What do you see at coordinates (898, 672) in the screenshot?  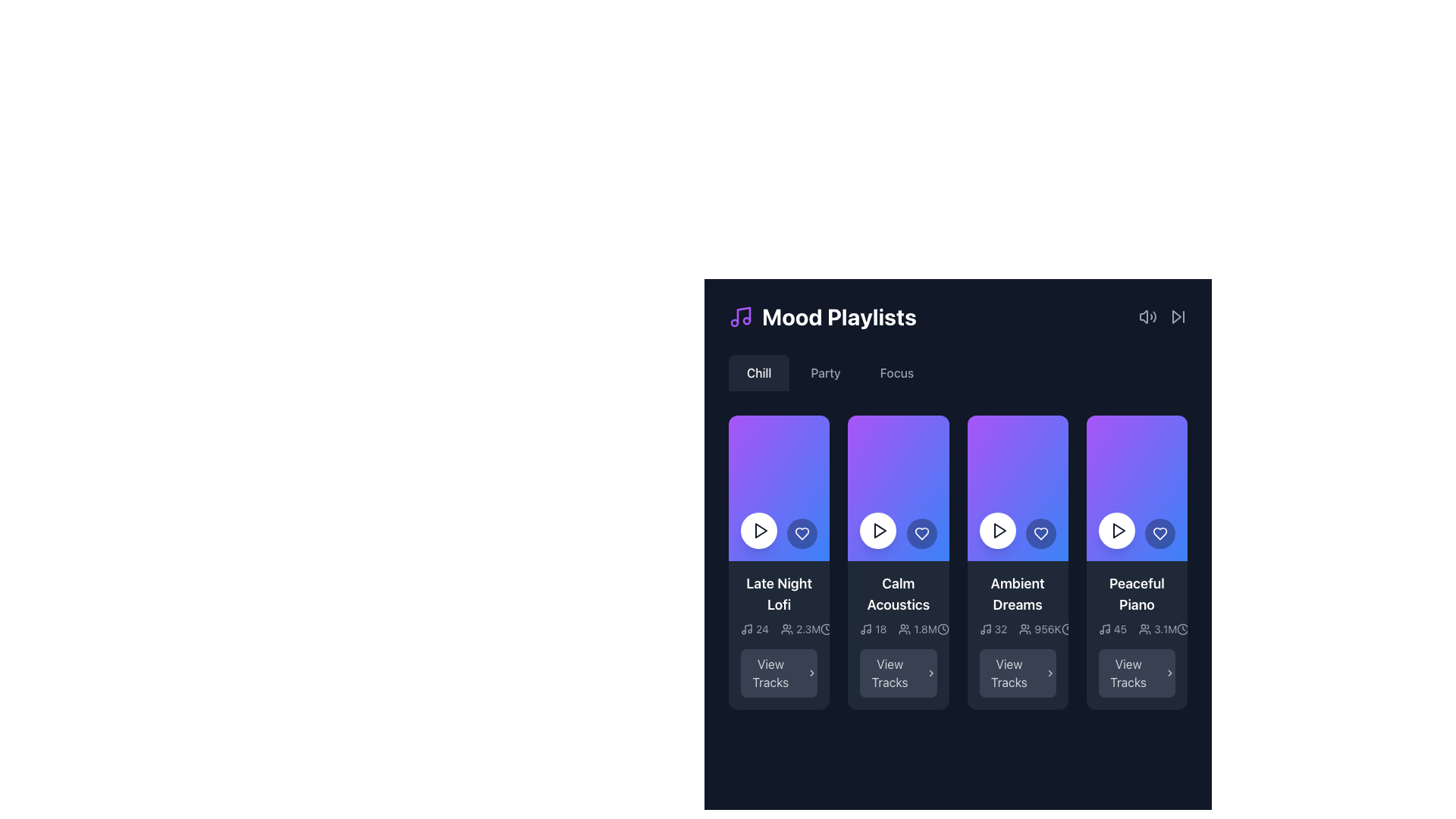 I see `the 'View Tracks' button located at the bottom-right corner of the 'Calm Acoustics' card` at bounding box center [898, 672].